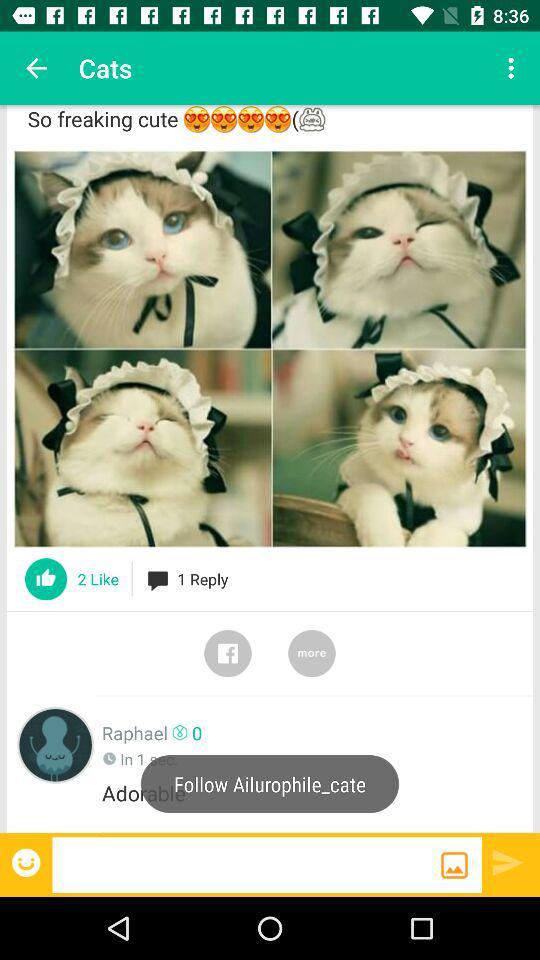 This screenshot has width=540, height=960. What do you see at coordinates (36, 68) in the screenshot?
I see `the item above the so freaking cute item` at bounding box center [36, 68].